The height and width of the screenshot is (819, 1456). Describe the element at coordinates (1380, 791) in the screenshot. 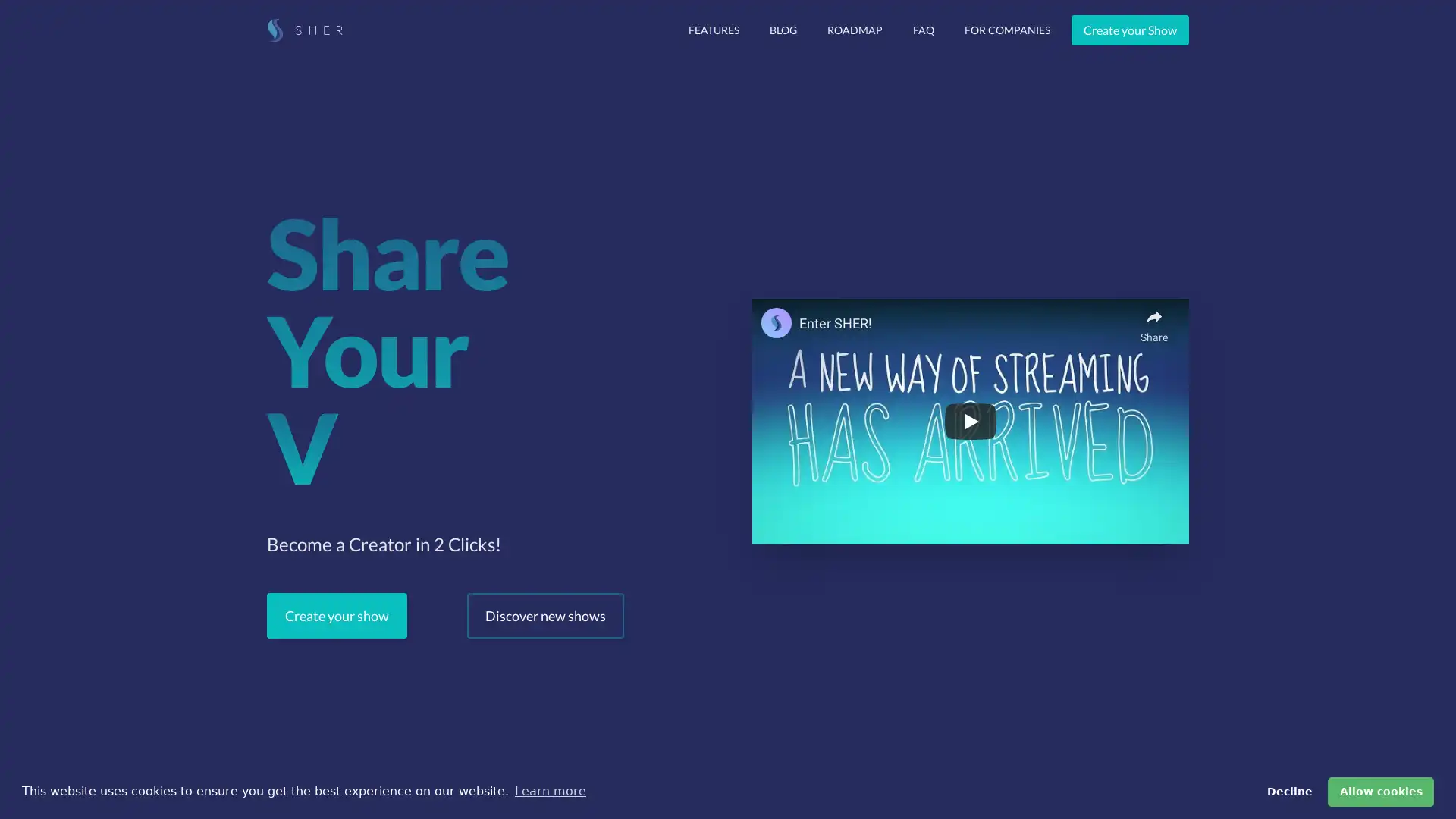

I see `allow cookies` at that location.